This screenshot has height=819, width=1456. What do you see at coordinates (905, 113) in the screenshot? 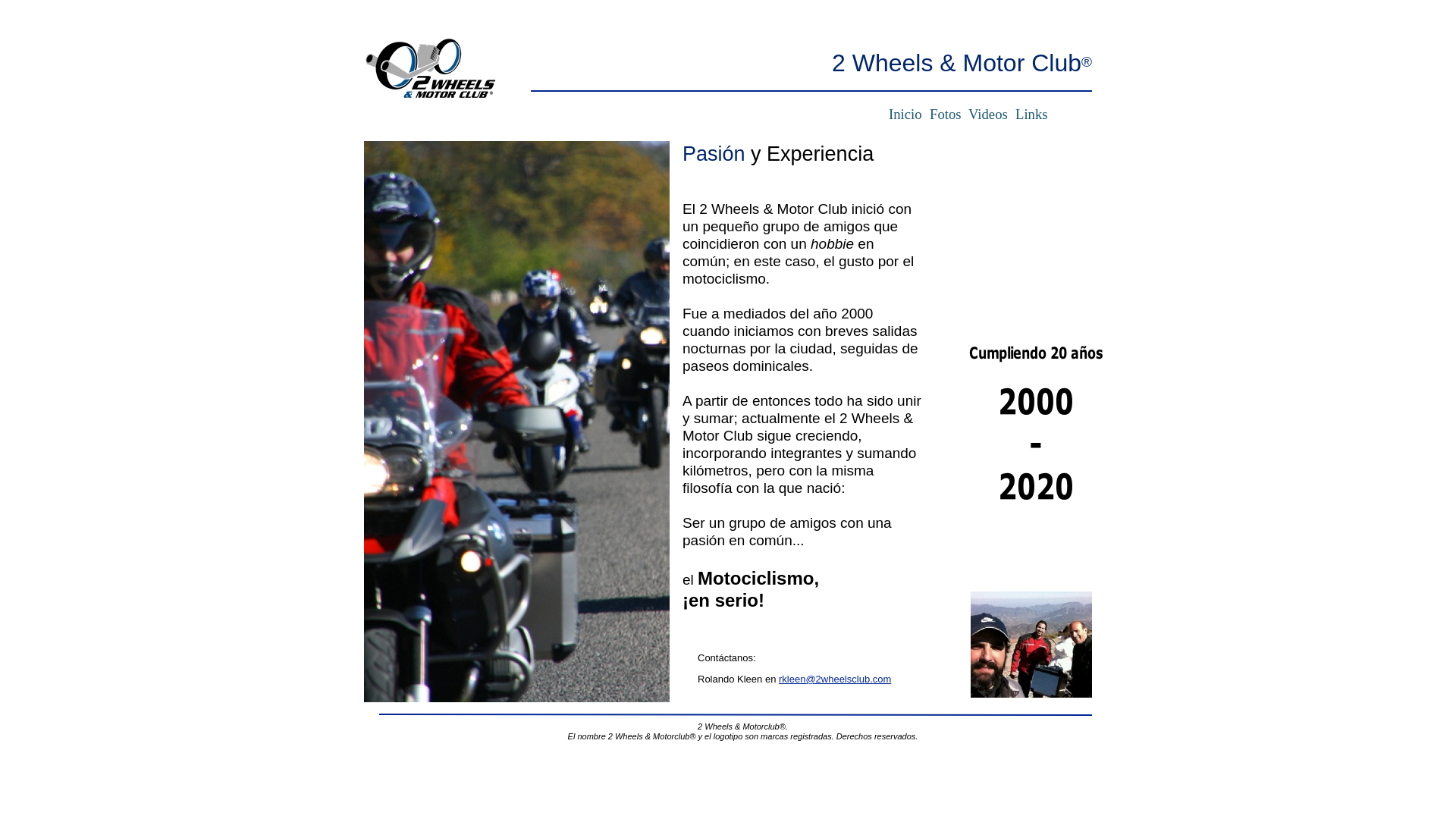
I see `'Inicio'` at bounding box center [905, 113].